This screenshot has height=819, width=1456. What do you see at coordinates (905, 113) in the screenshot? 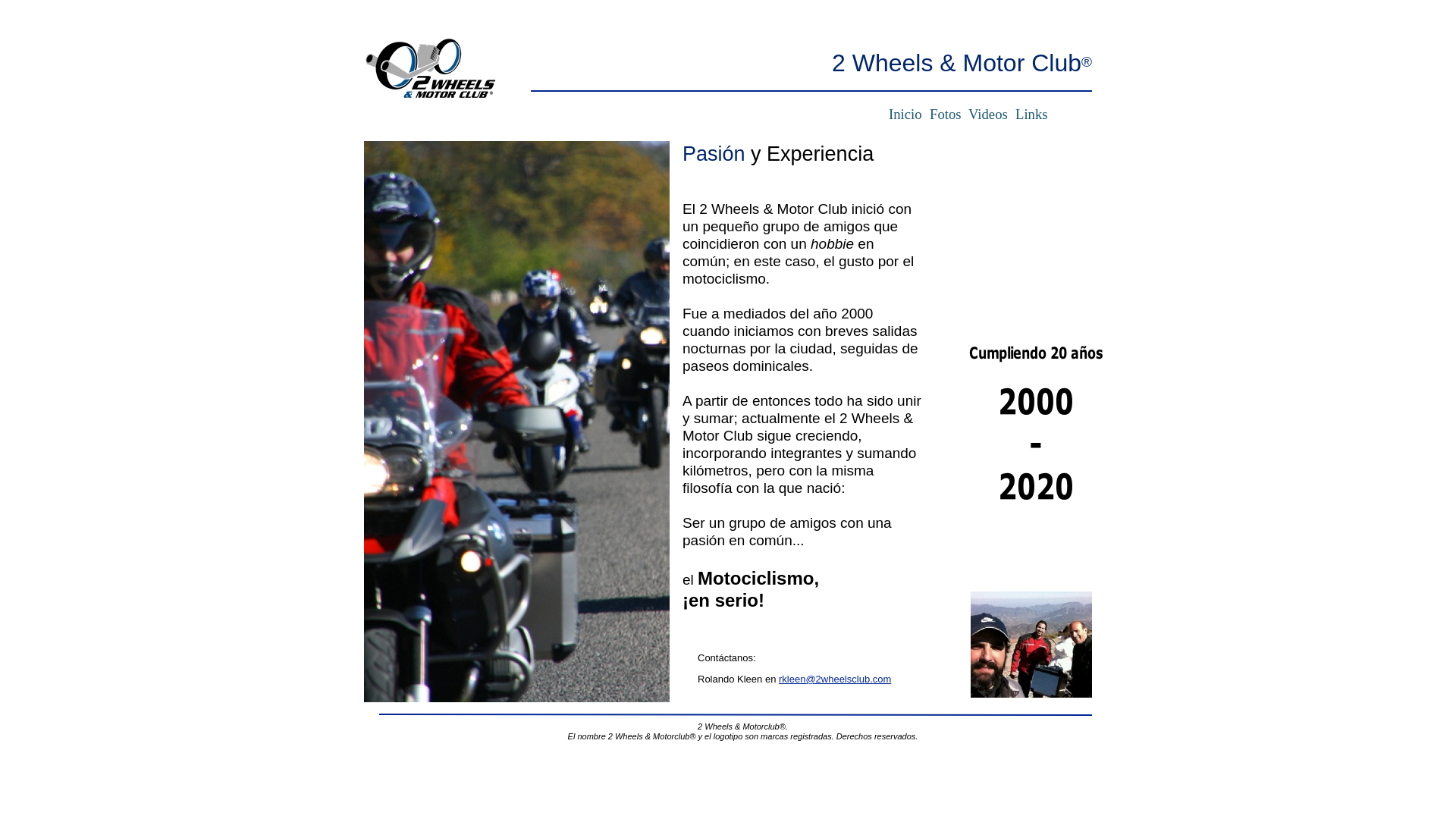
I see `'Inicio'` at bounding box center [905, 113].